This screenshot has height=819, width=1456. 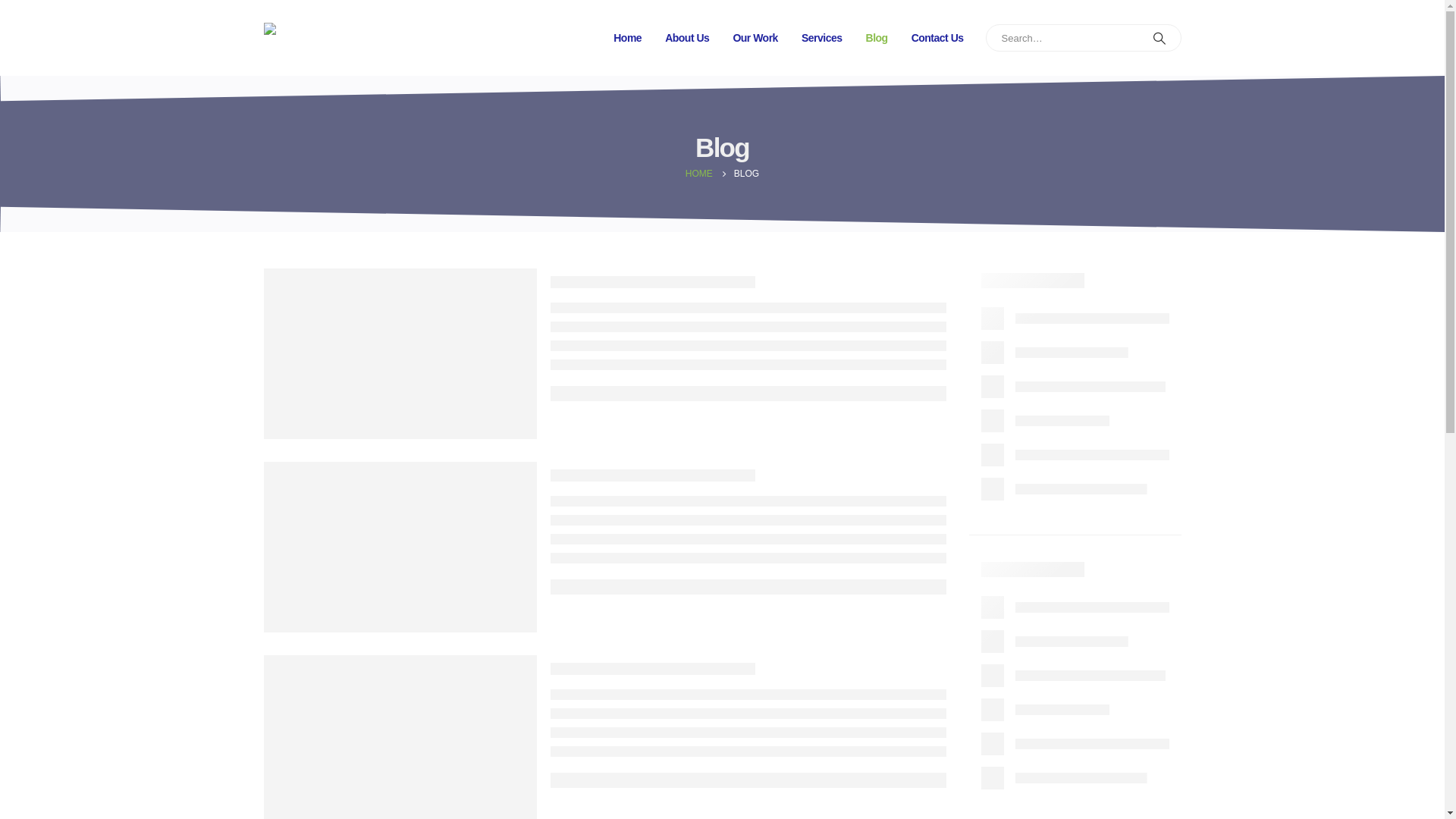 I want to click on 'Contact Us', so click(x=937, y=37).